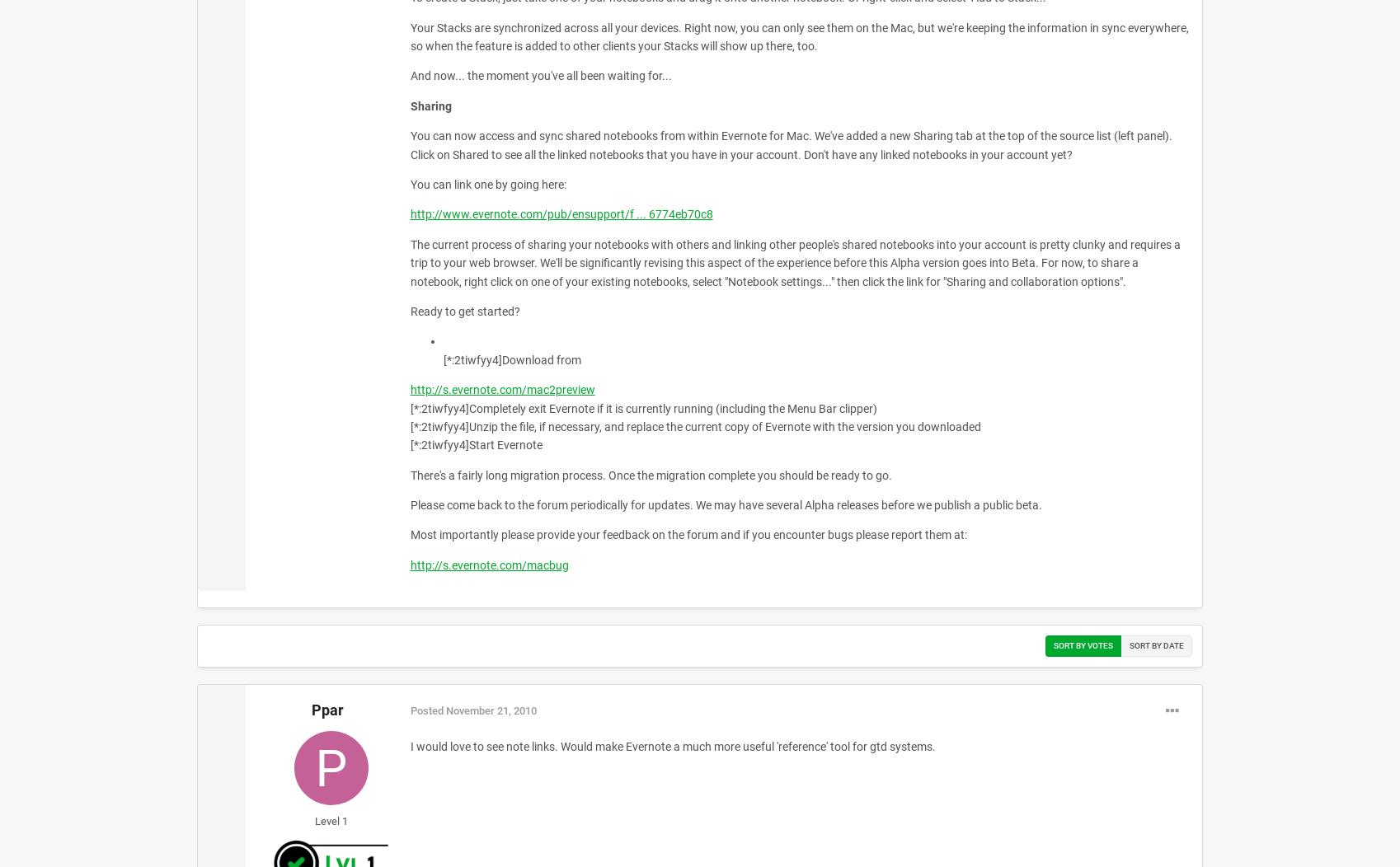 The width and height of the screenshot is (1400, 867). I want to click on 'http://s.evernote.com/macbug', so click(488, 563).